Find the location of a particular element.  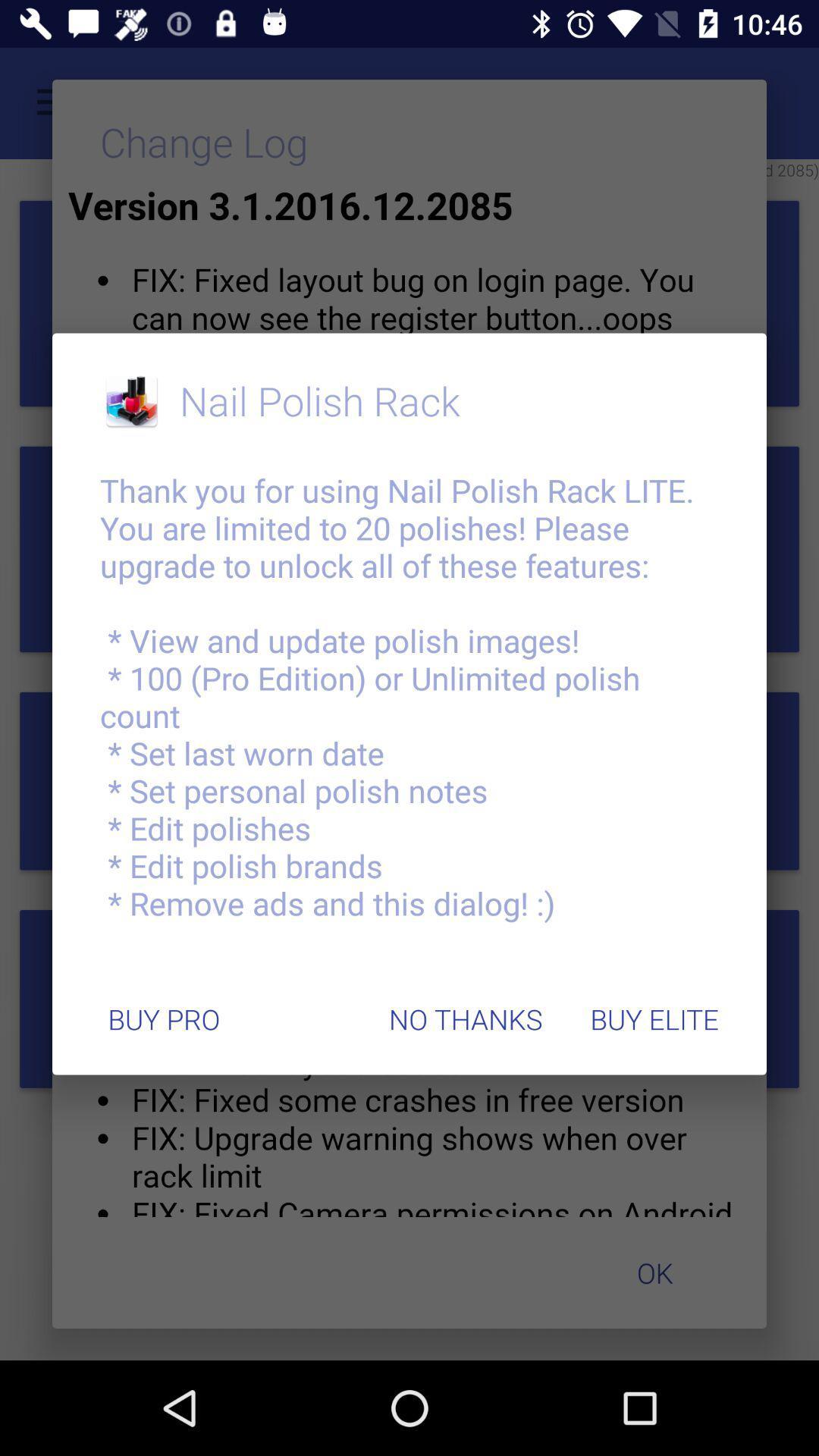

icon at the bottom is located at coordinates (465, 1019).